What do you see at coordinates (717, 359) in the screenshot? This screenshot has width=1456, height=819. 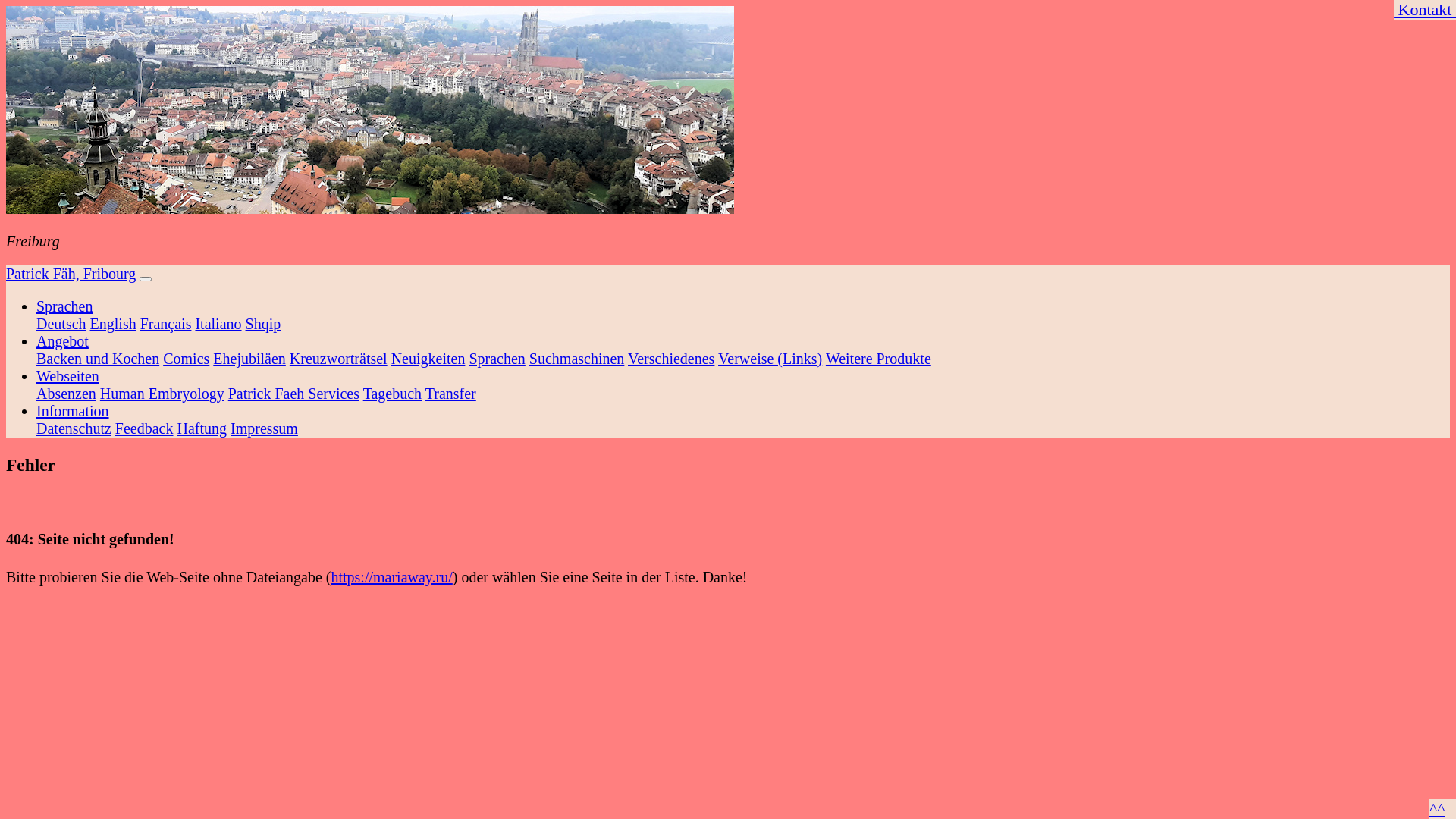 I see `'Verweise (Links)'` at bounding box center [717, 359].